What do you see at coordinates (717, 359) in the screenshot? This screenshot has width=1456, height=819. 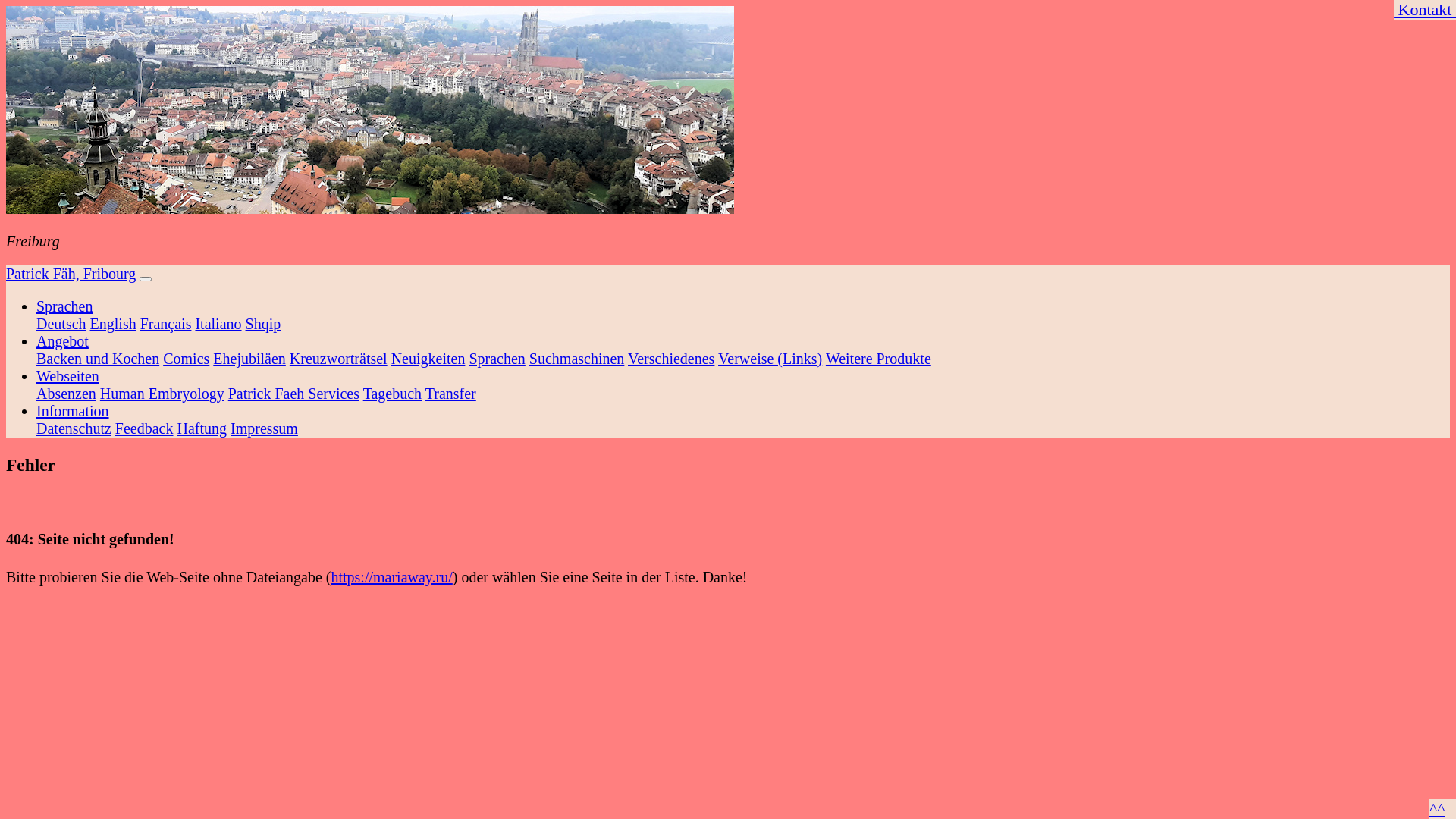 I see `'Verweise (Links)'` at bounding box center [717, 359].